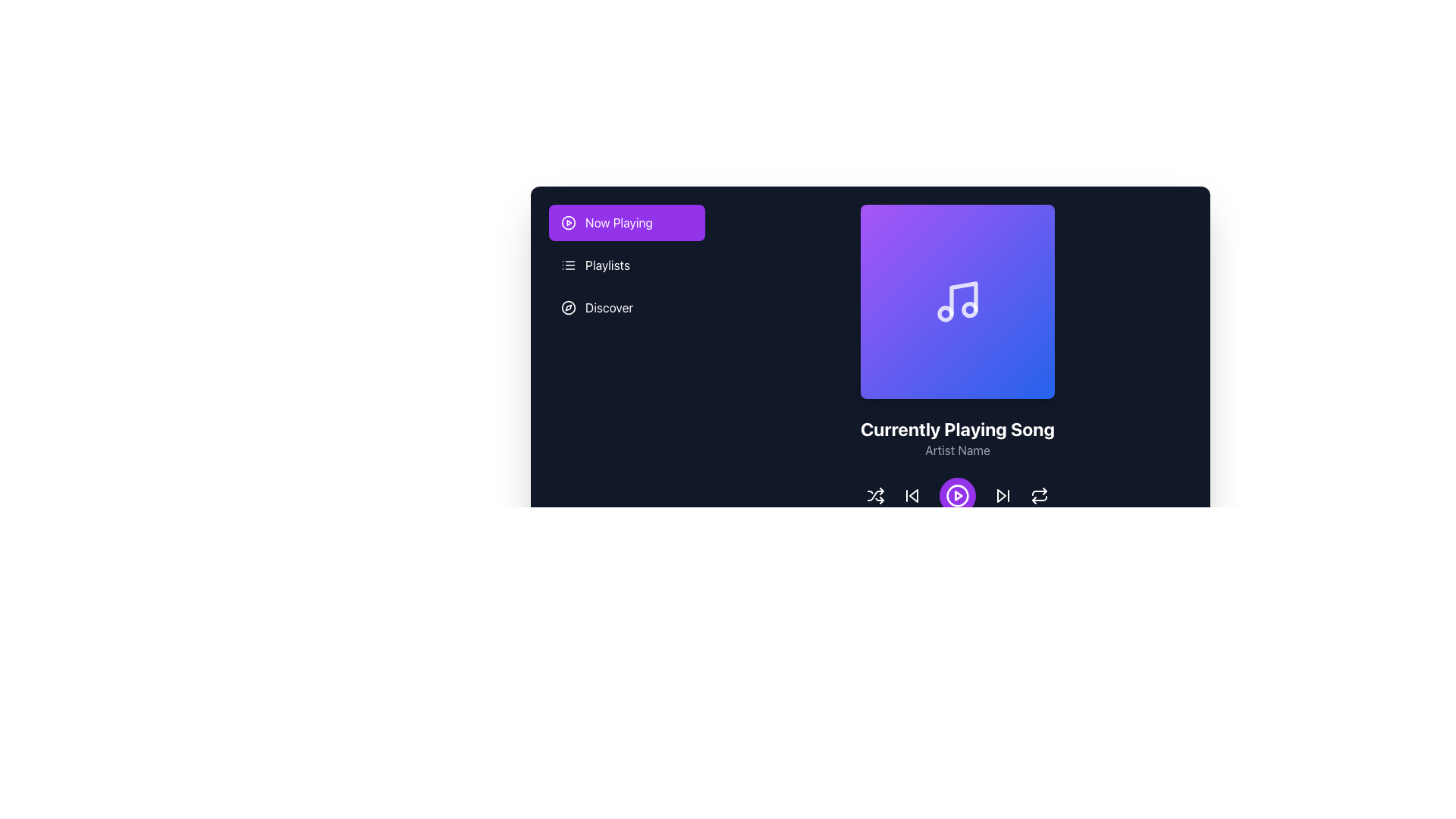  Describe the element at coordinates (619, 222) in the screenshot. I see `text label 'Now Playing' which is styled in bold white font on a purple button with rounded corners located in the left-side navigation area of the interface` at that location.